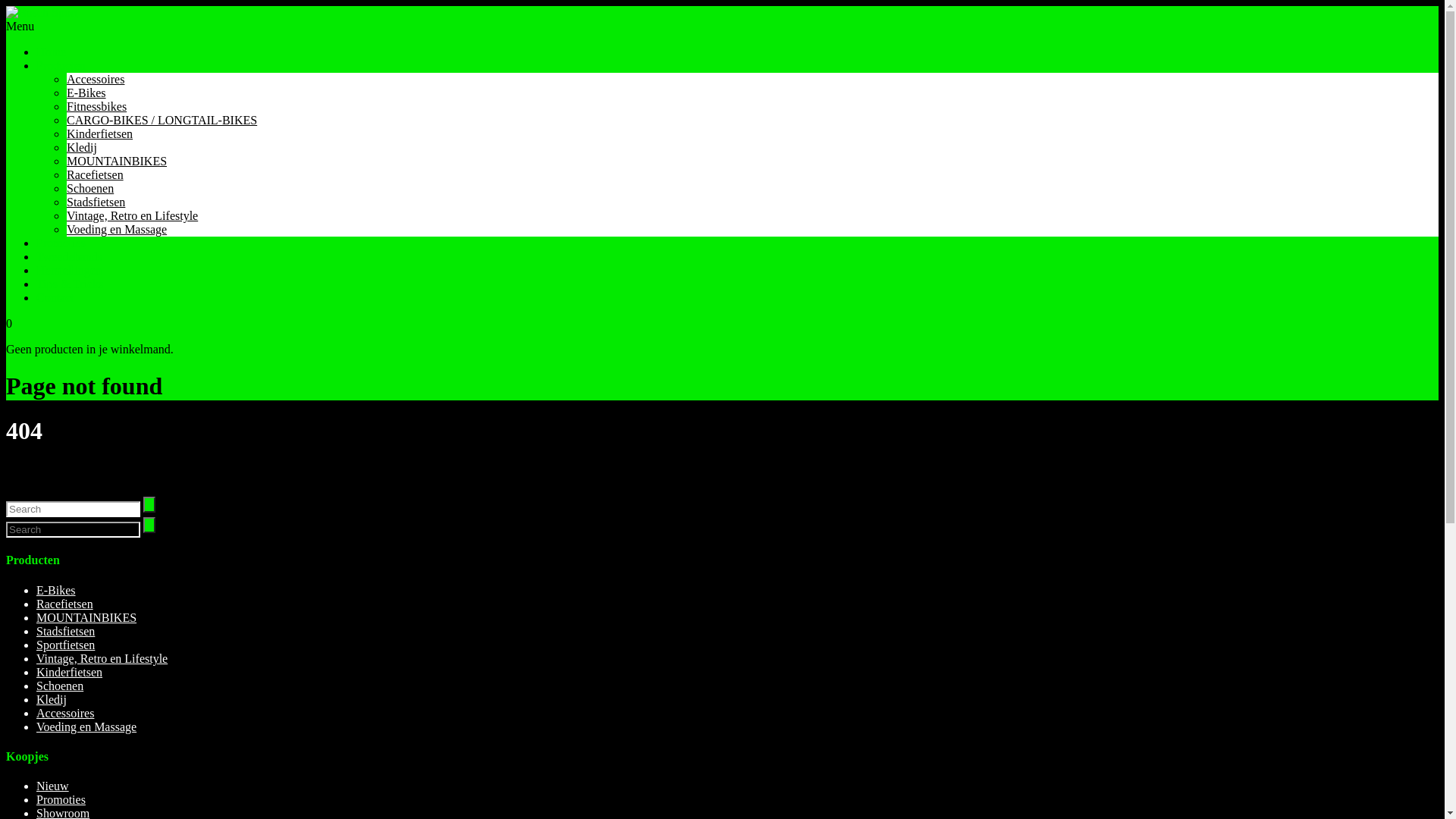 The width and height of the screenshot is (1456, 819). What do you see at coordinates (36, 699) in the screenshot?
I see `'Kledij'` at bounding box center [36, 699].